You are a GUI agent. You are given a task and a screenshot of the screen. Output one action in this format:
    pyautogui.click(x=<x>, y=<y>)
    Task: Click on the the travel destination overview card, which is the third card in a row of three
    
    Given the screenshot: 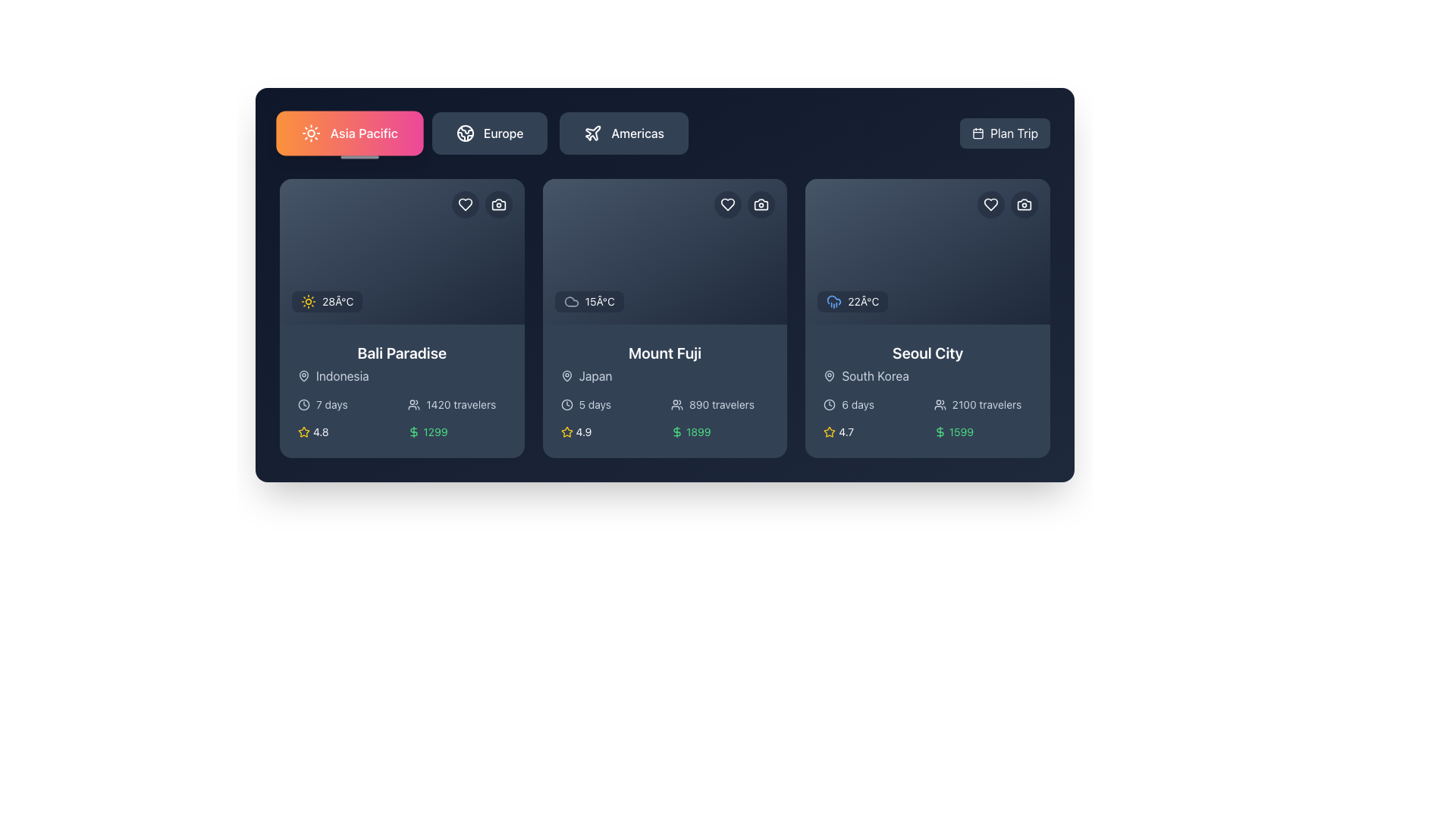 What is the action you would take?
    pyautogui.click(x=927, y=318)
    